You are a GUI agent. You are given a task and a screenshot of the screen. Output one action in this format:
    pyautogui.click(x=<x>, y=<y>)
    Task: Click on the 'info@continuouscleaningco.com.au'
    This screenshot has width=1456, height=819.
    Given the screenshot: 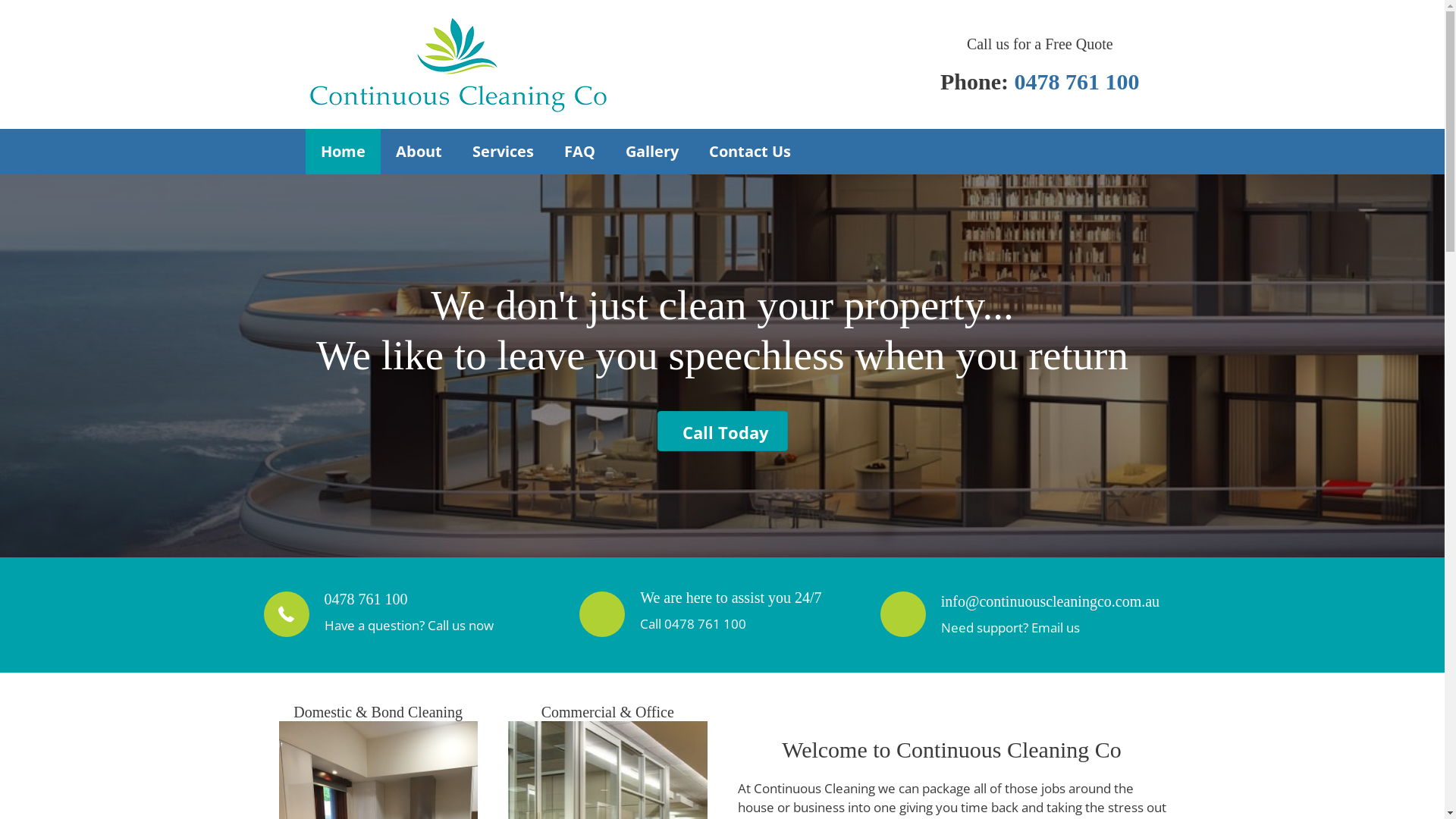 What is the action you would take?
    pyautogui.click(x=1050, y=601)
    